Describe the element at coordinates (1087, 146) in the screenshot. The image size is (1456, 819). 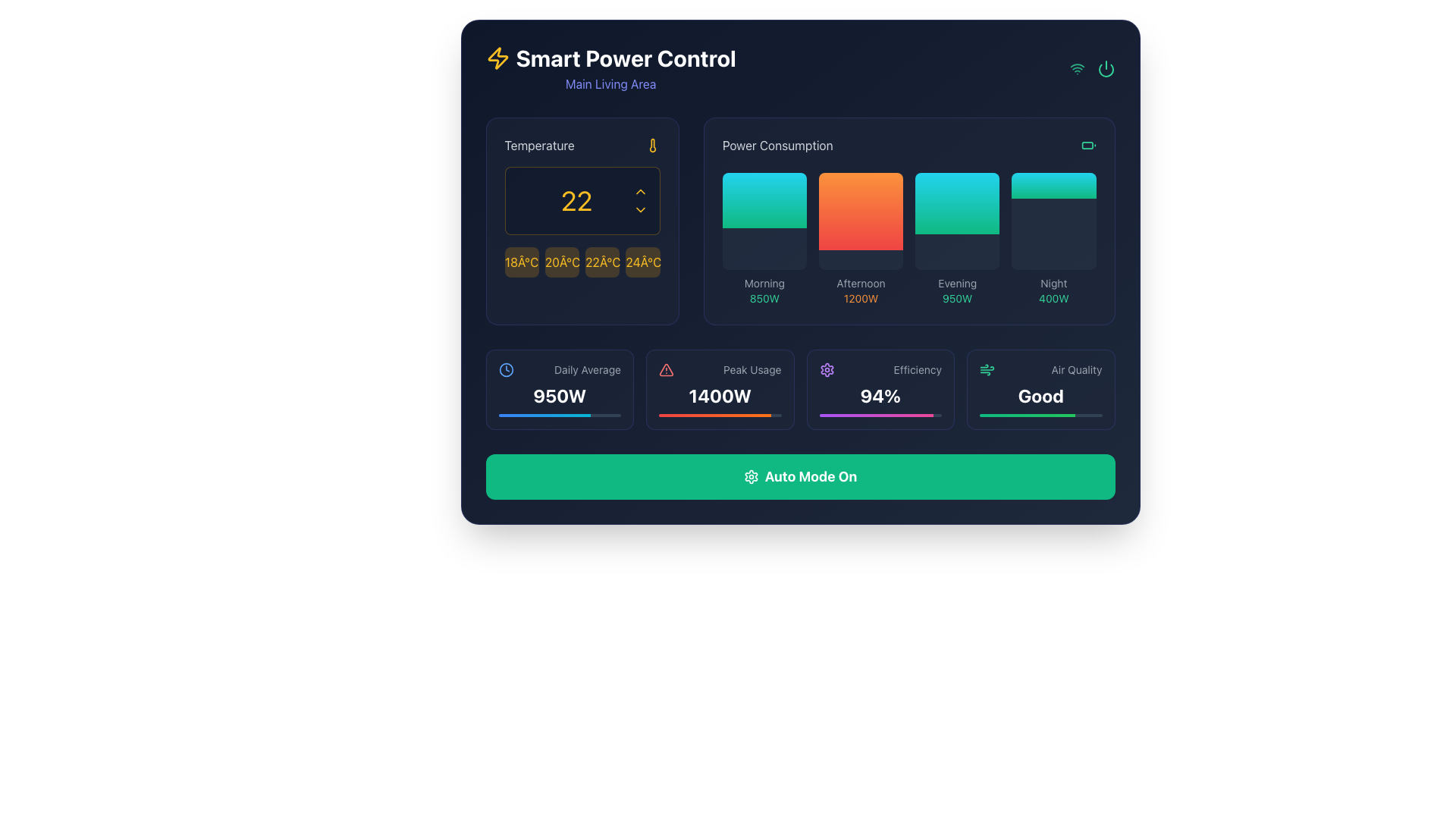
I see `the battery icon, which is outlined in light emerald green and located at the far right side of the 'Power Consumption' section` at that location.